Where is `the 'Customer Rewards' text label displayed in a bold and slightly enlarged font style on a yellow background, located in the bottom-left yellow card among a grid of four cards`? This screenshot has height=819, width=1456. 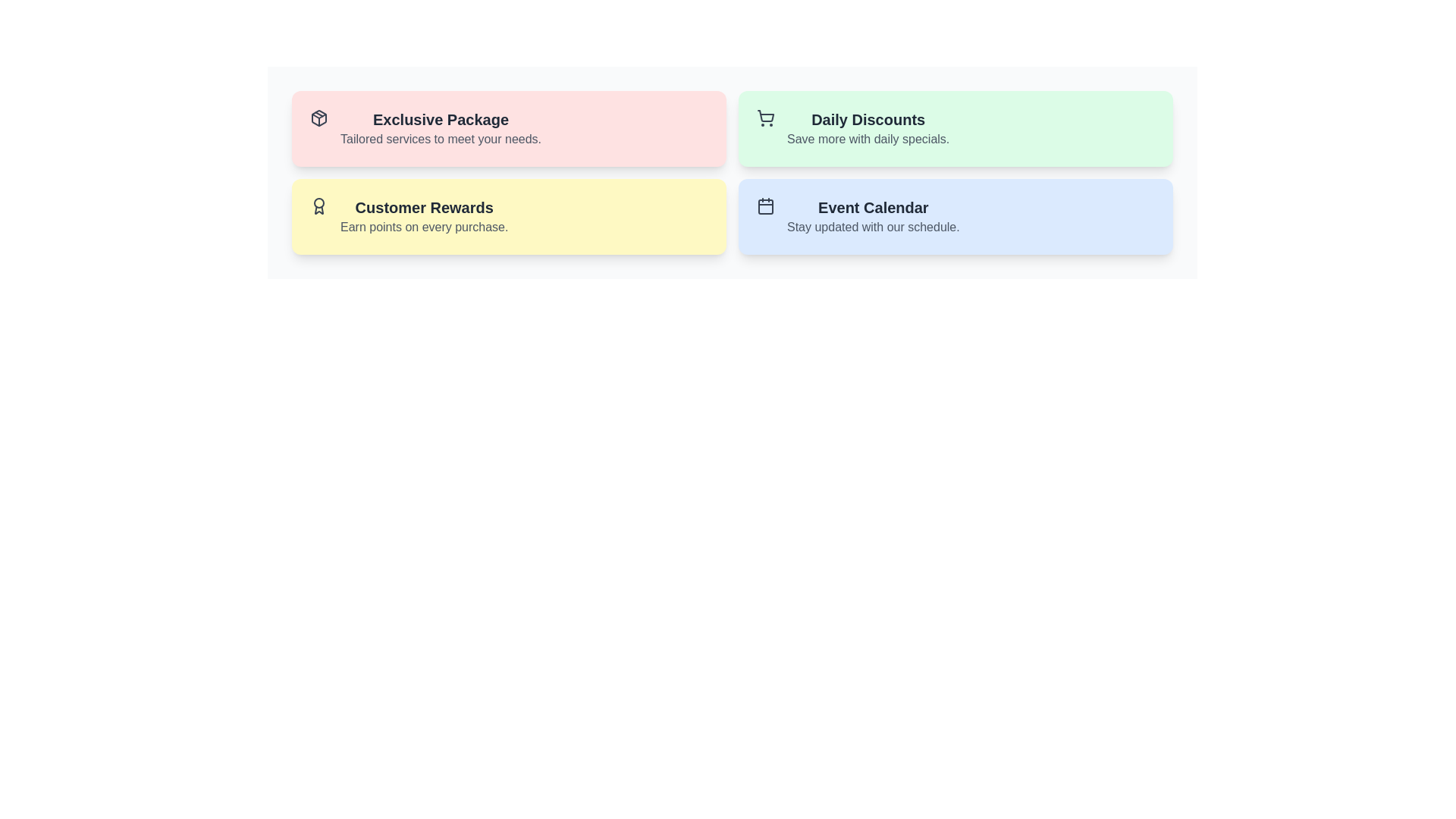 the 'Customer Rewards' text label displayed in a bold and slightly enlarged font style on a yellow background, located in the bottom-left yellow card among a grid of four cards is located at coordinates (424, 207).